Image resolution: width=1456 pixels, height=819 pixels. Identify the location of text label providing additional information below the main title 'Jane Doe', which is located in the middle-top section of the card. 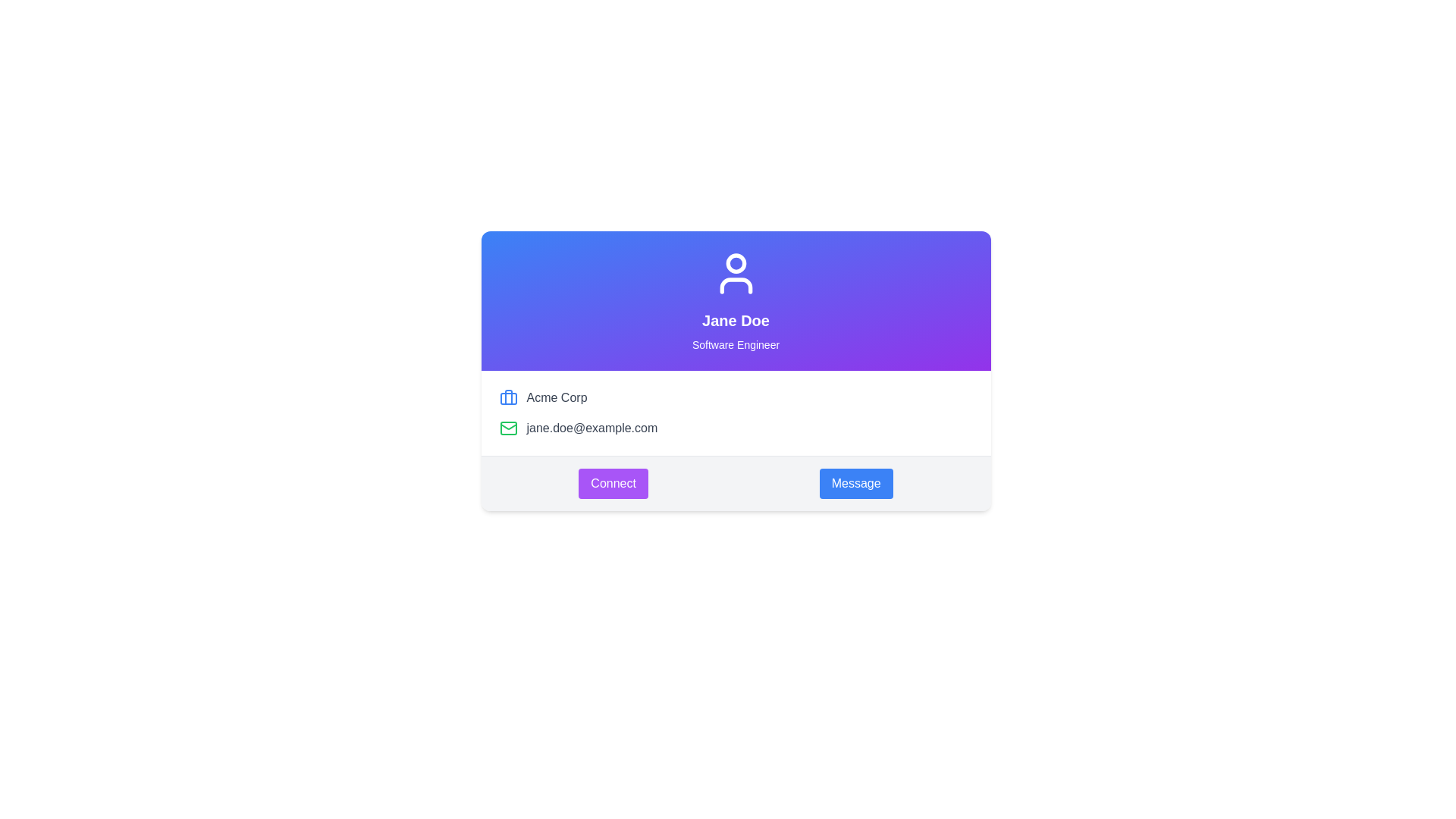
(736, 345).